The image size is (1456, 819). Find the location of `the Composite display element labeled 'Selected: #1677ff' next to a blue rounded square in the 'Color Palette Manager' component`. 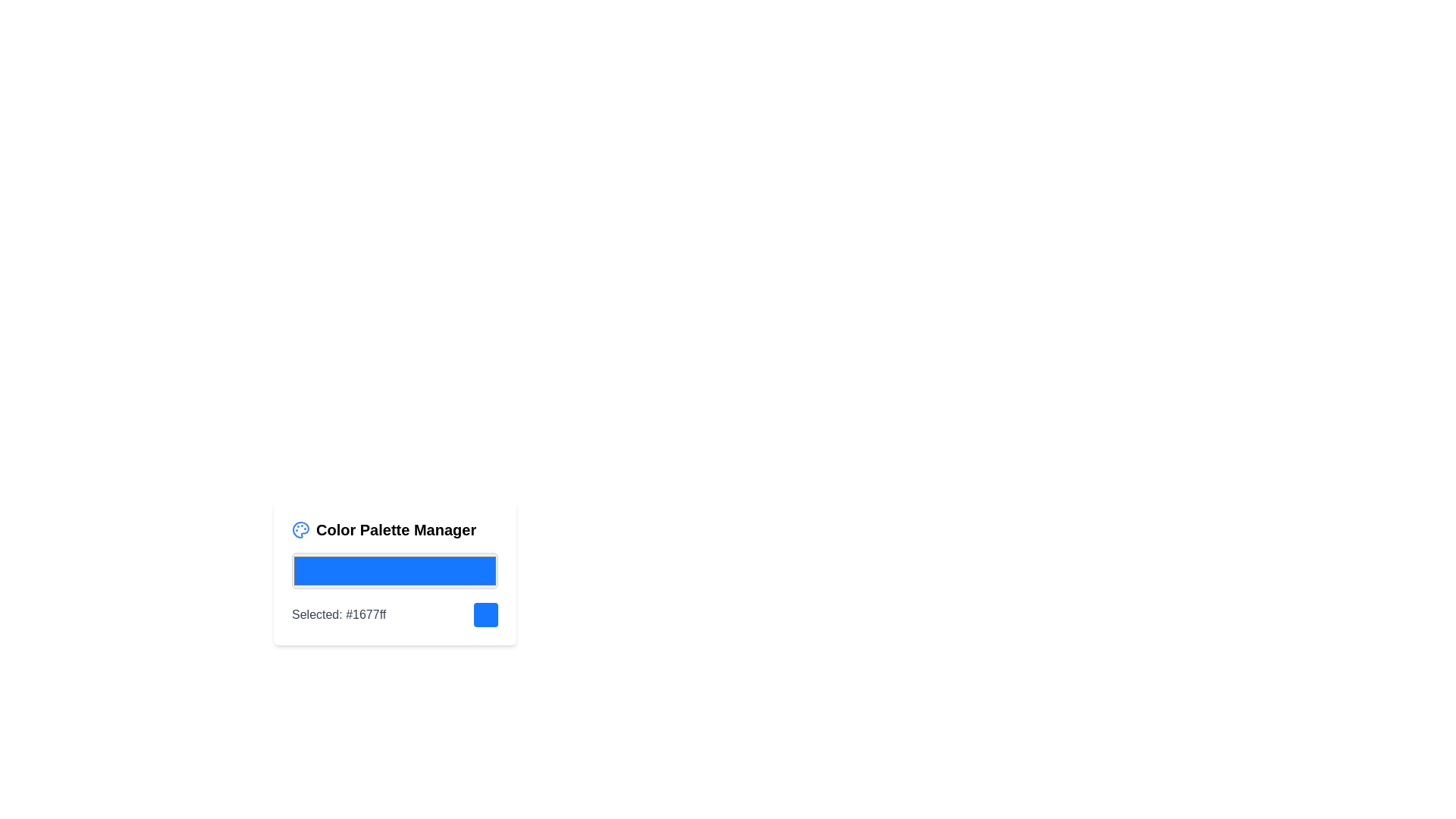

the Composite display element labeled 'Selected: #1677ff' next to a blue rounded square in the 'Color Palette Manager' component is located at coordinates (395, 614).